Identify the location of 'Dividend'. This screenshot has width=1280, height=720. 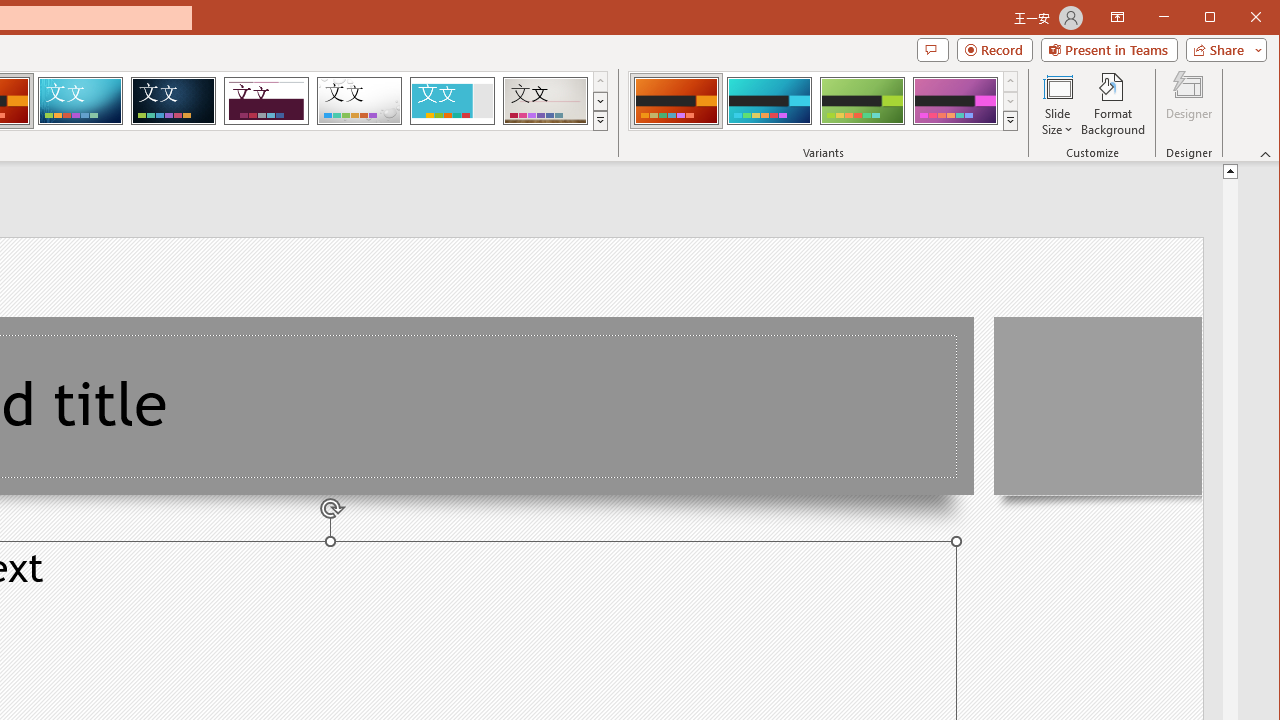
(265, 100).